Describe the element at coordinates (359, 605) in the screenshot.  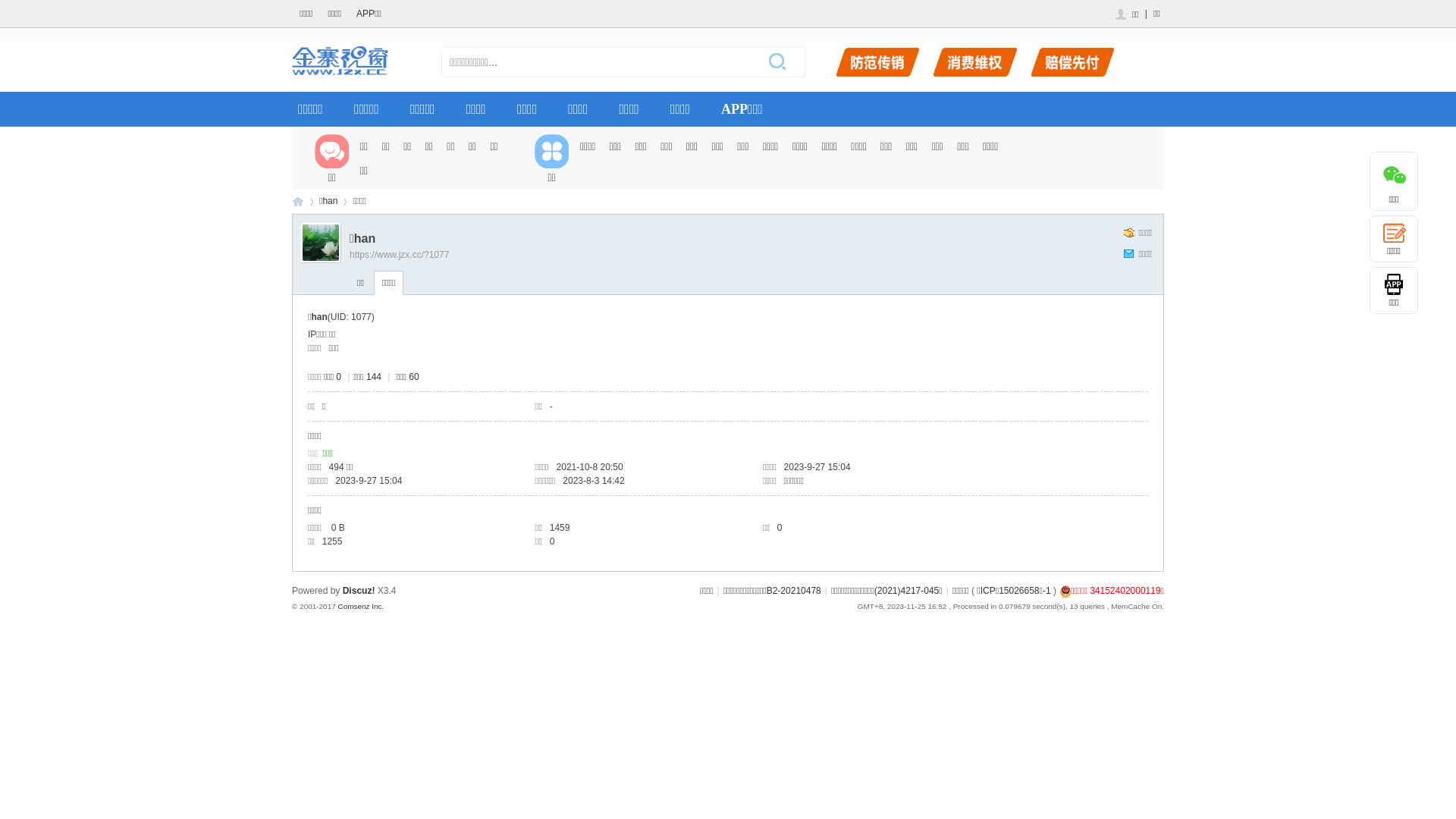
I see `'Comsenz Inc.'` at that location.